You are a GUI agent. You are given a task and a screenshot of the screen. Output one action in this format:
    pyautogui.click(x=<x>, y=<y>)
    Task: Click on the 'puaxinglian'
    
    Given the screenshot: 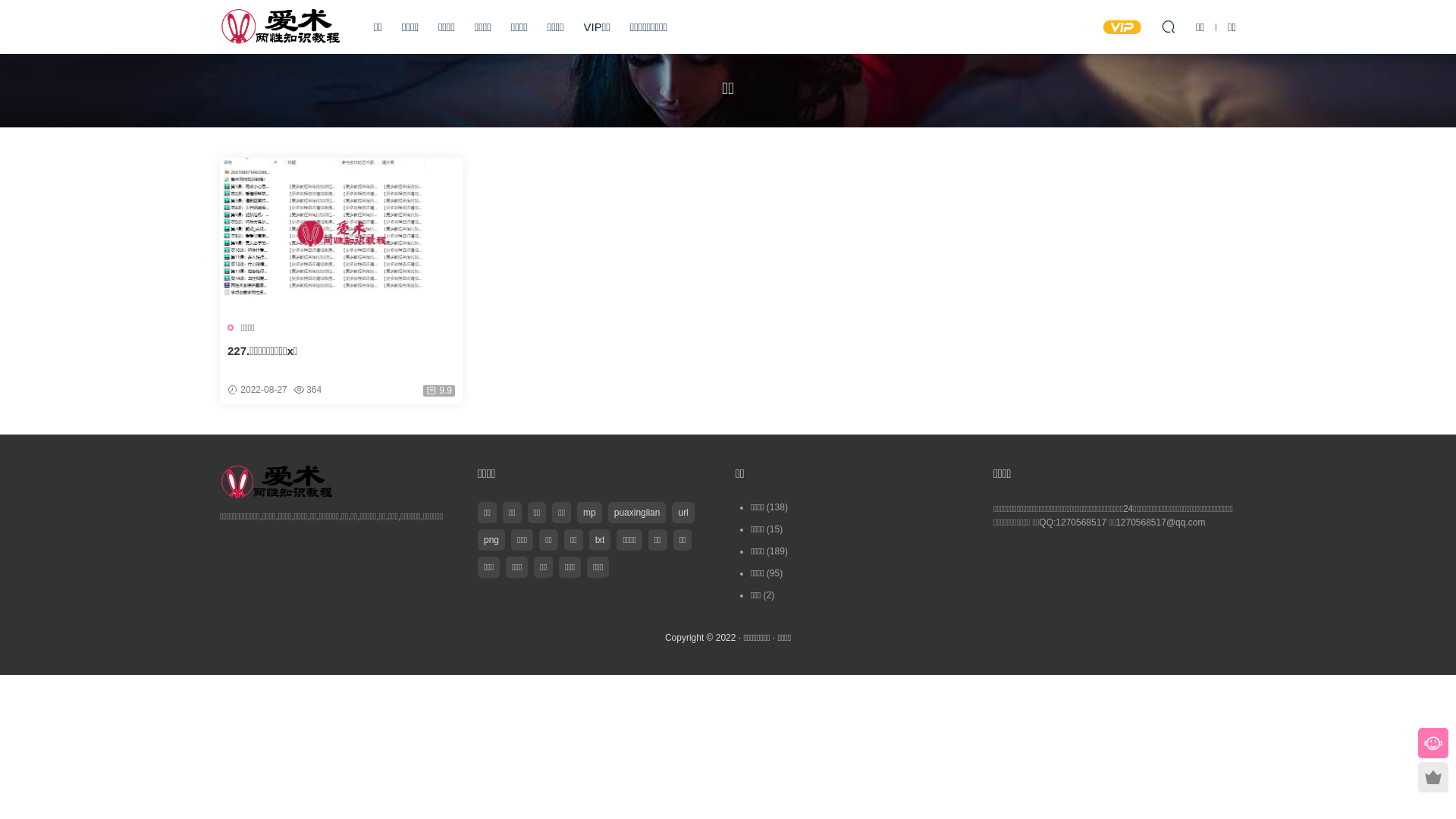 What is the action you would take?
    pyautogui.click(x=637, y=512)
    